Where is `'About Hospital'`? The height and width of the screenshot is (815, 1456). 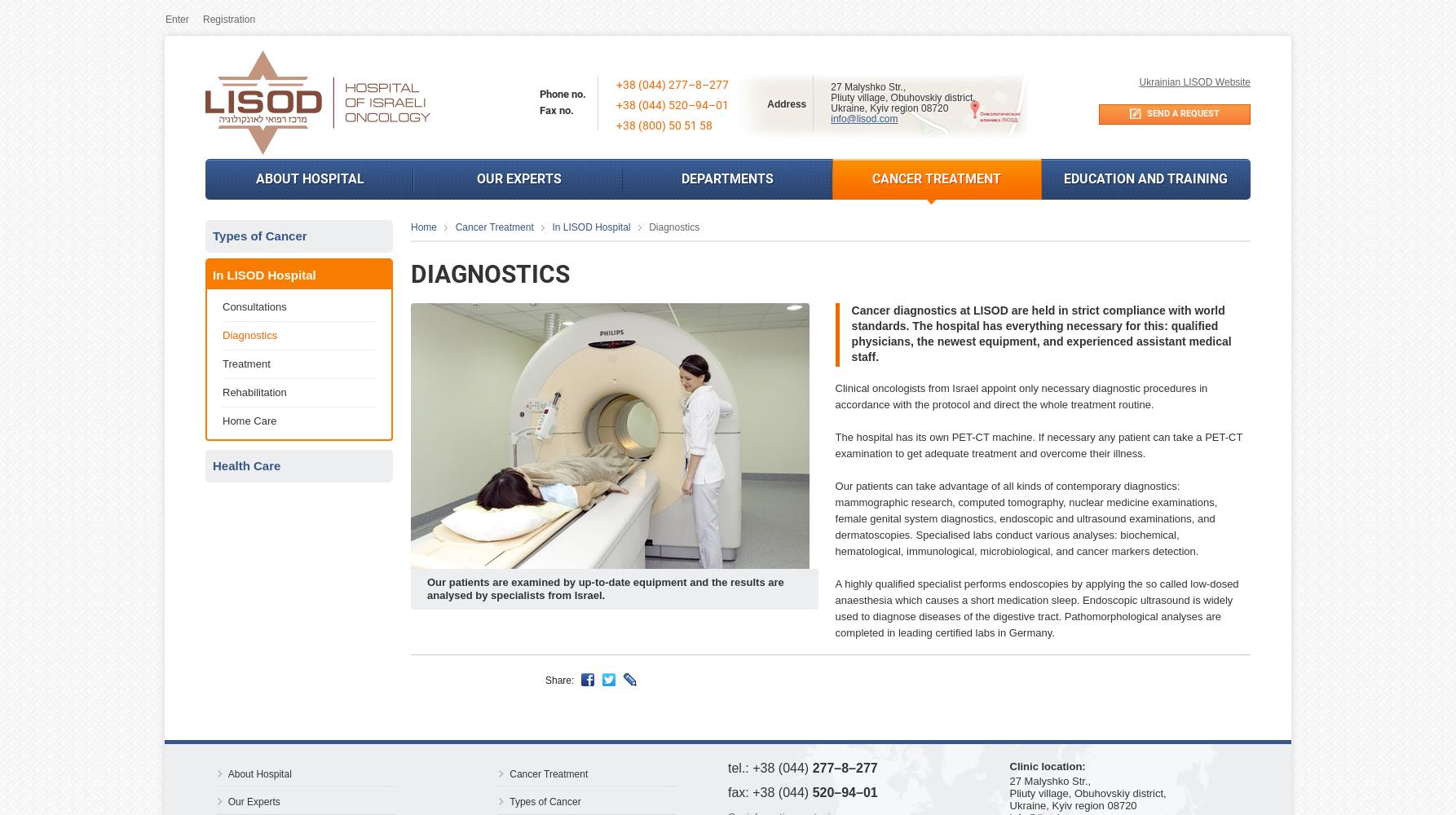 'About Hospital' is located at coordinates (259, 773).